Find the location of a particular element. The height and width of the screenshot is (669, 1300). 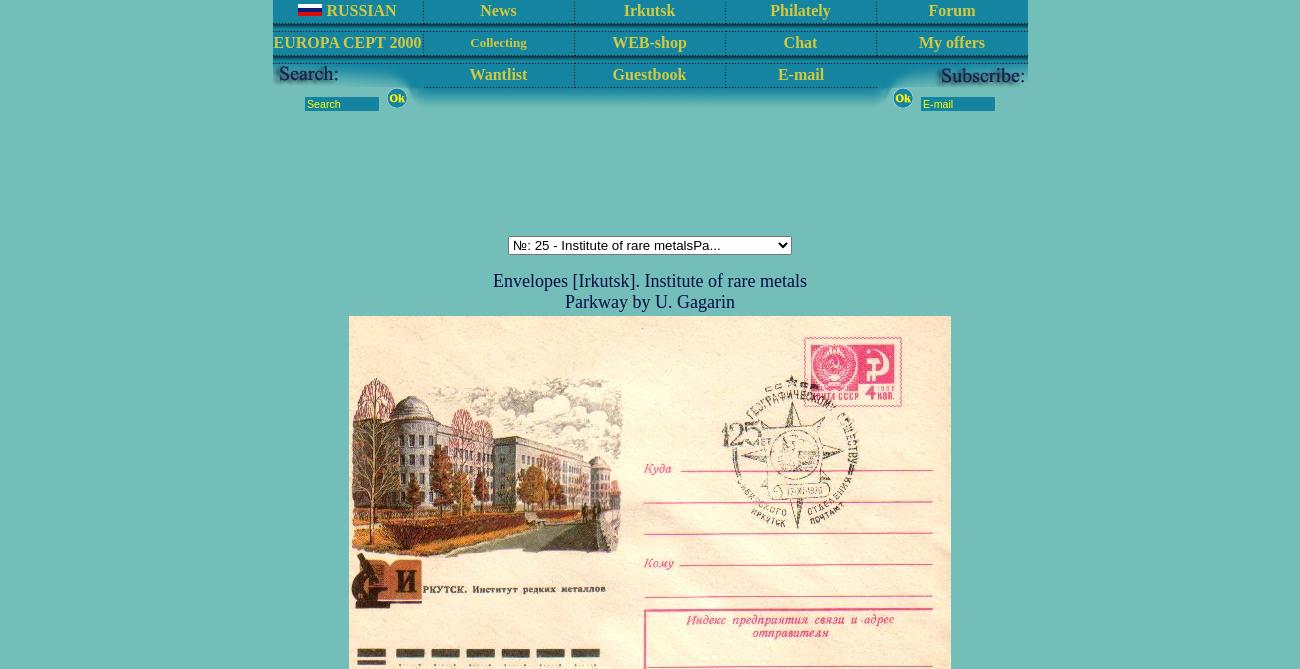

'Collecting' is located at coordinates (498, 41).